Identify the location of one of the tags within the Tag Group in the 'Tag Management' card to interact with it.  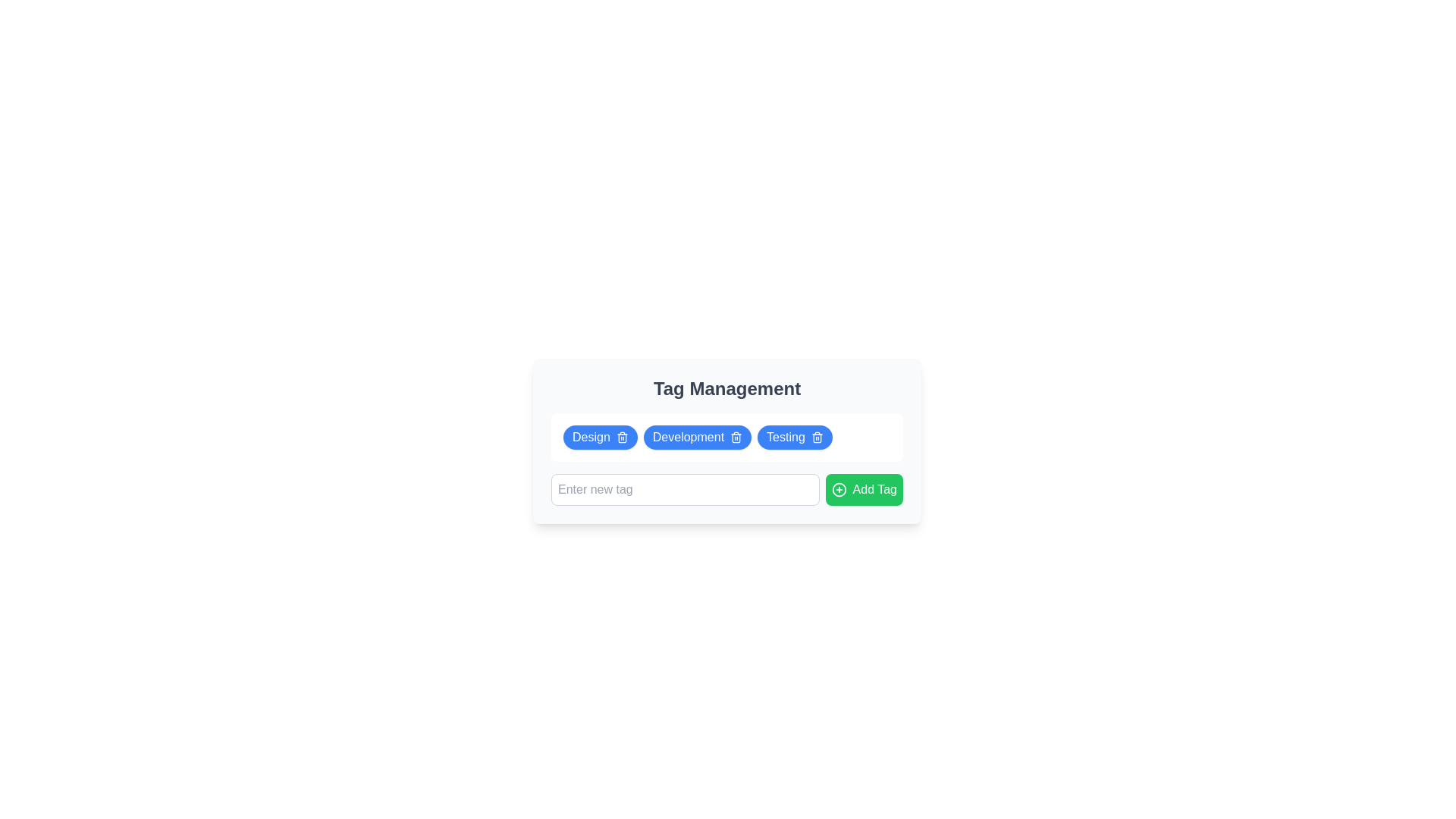
(726, 438).